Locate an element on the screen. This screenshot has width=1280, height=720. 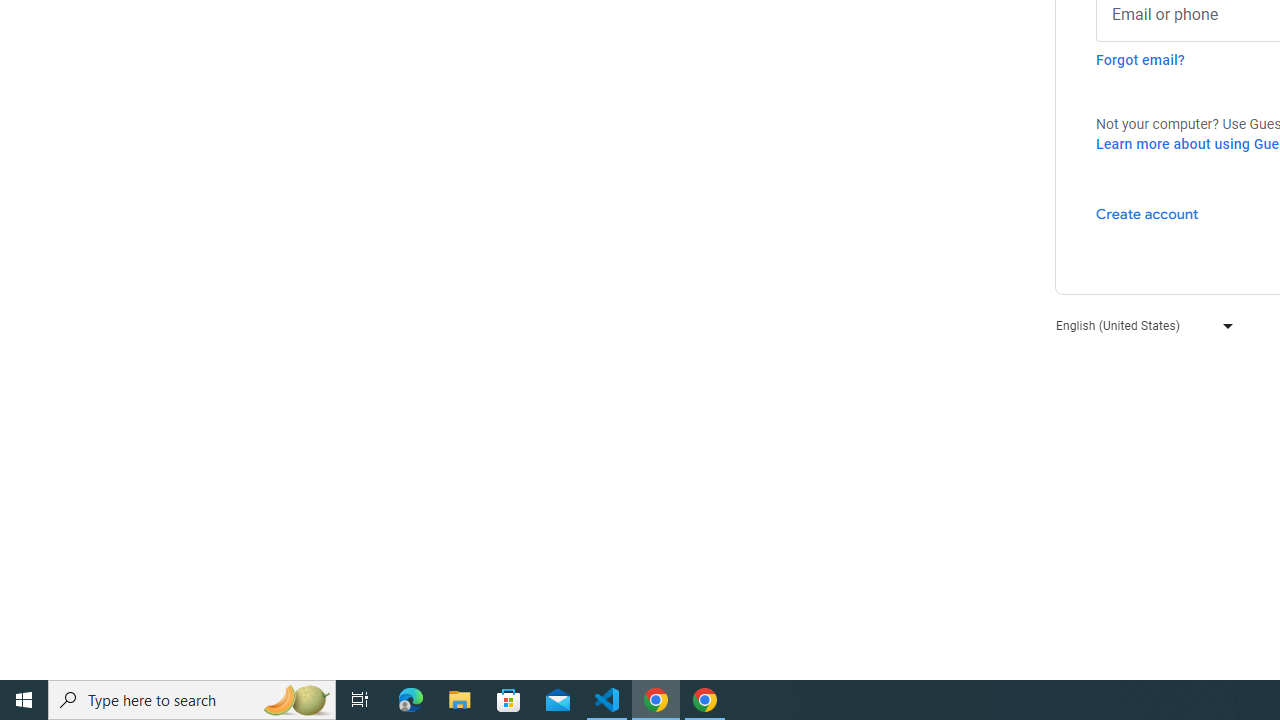
'English (United States)' is located at coordinates (1139, 324).